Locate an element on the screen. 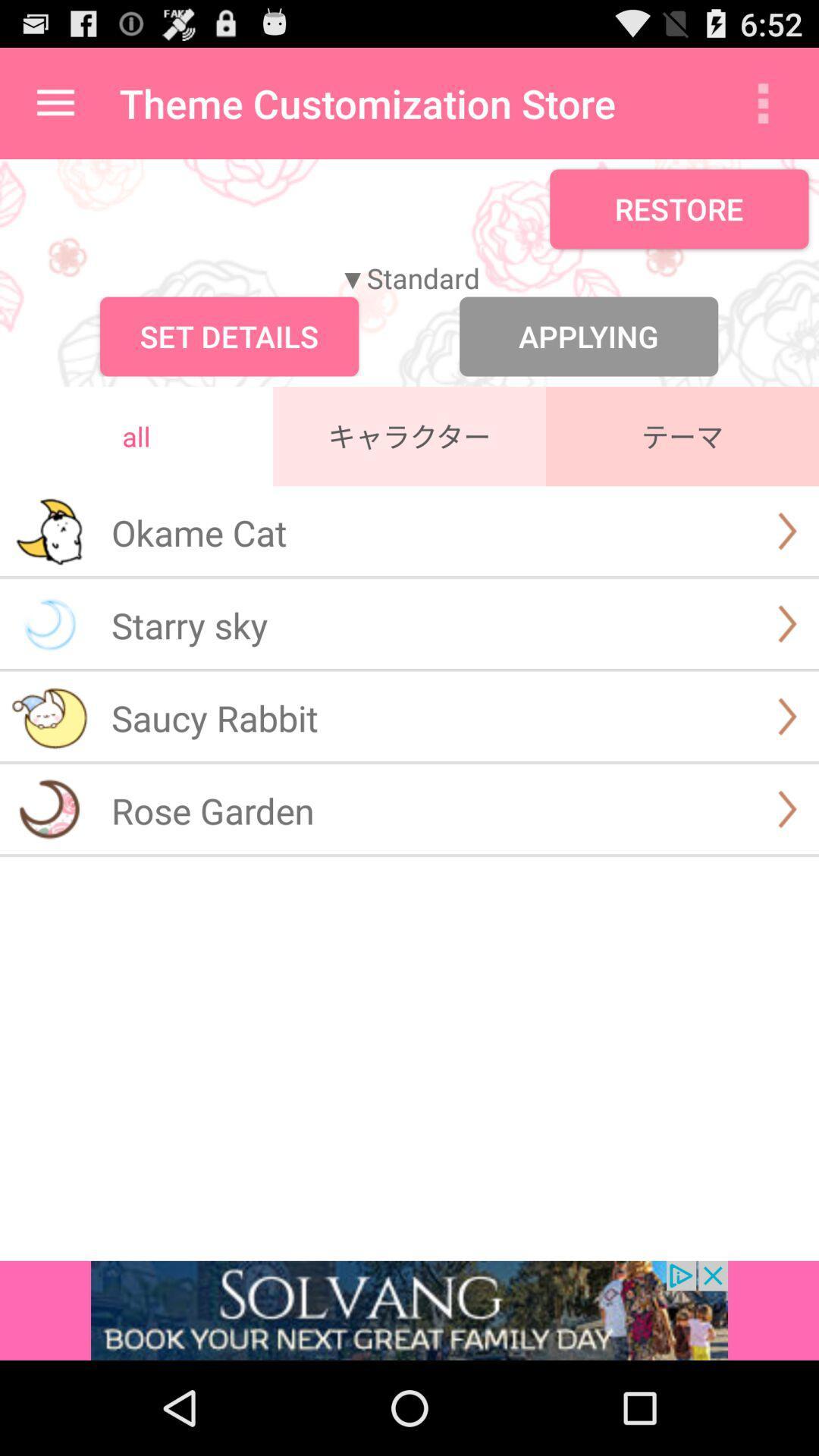 Image resolution: width=819 pixels, height=1456 pixels. open advertisement is located at coordinates (409, 1310).